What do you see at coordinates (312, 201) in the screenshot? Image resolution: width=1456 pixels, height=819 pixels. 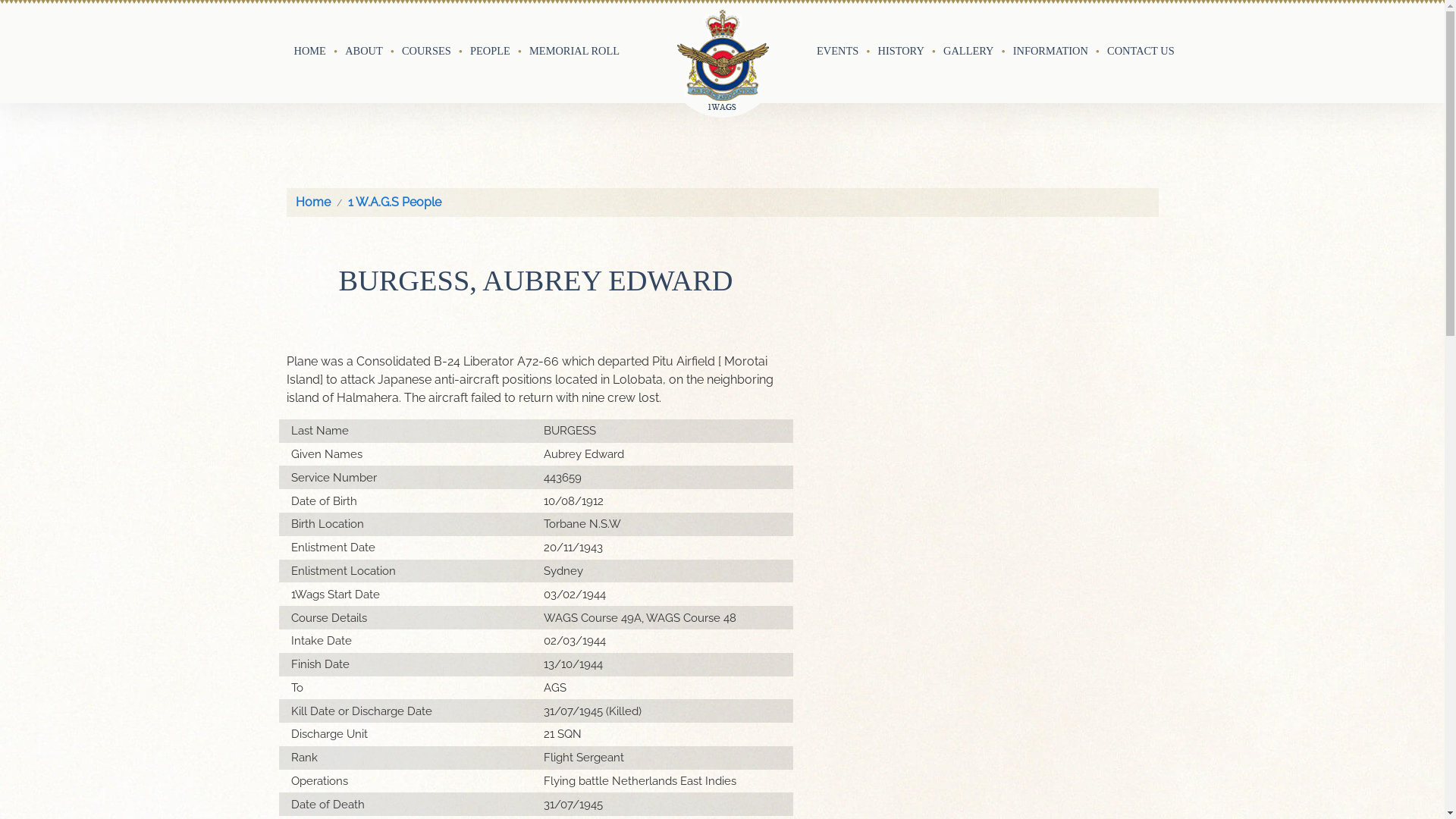 I see `'Home'` at bounding box center [312, 201].